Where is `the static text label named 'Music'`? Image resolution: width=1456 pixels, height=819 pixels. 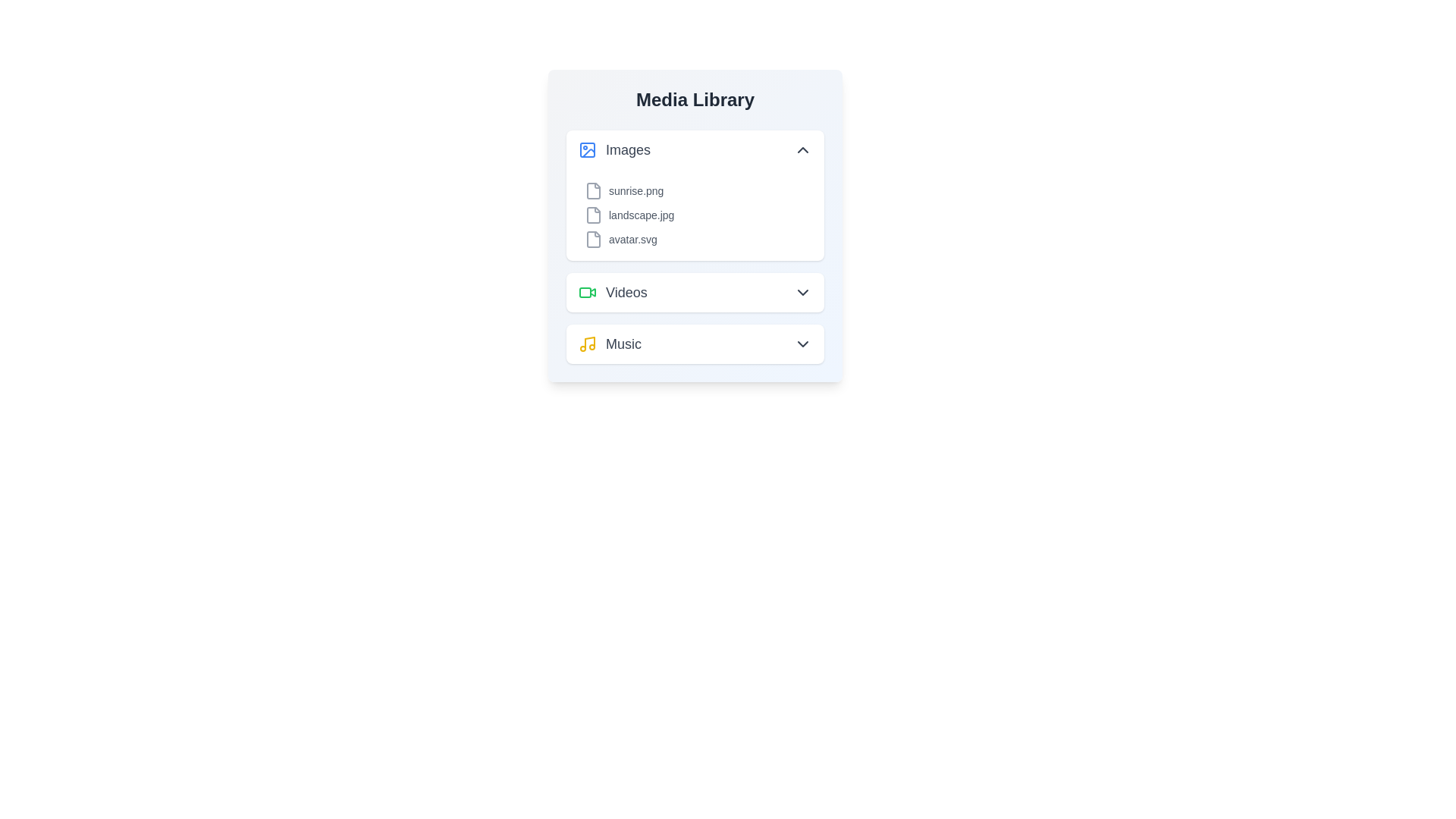 the static text label named 'Music' is located at coordinates (623, 344).